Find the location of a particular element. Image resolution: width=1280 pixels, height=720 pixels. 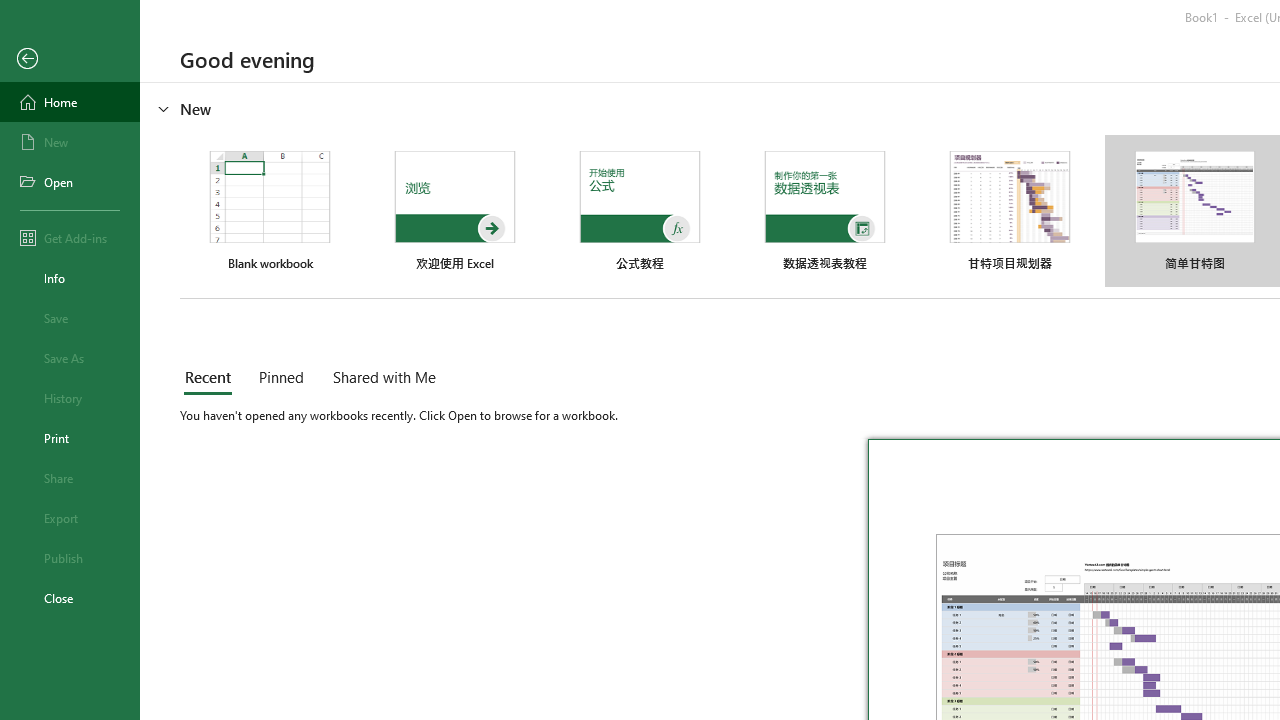

'Shared with Me' is located at coordinates (380, 379).